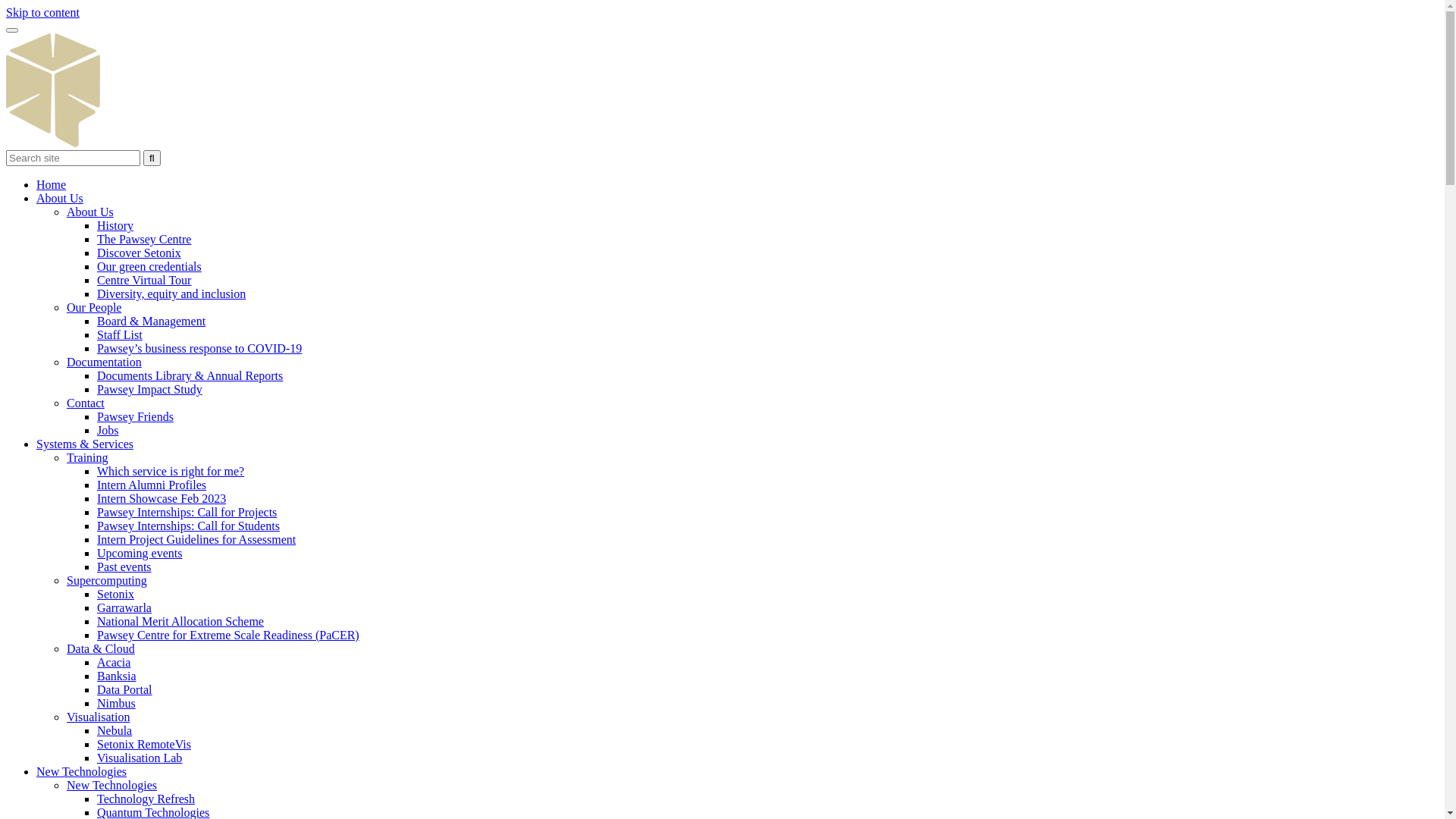 This screenshot has height=819, width=1456. Describe the element at coordinates (85, 402) in the screenshot. I see `'Contact'` at that location.